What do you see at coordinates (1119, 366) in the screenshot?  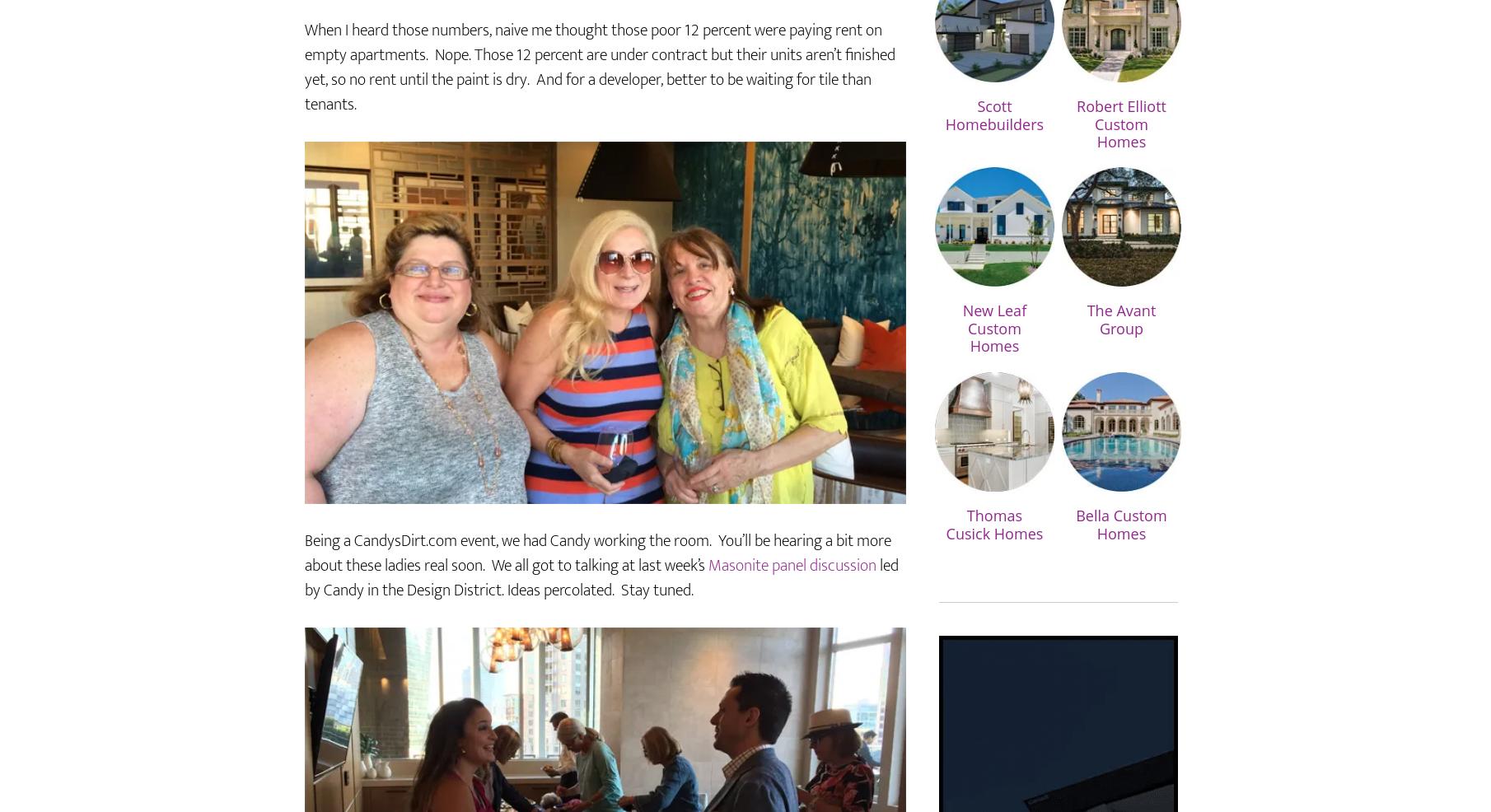 I see `'The Avant Group'` at bounding box center [1119, 366].